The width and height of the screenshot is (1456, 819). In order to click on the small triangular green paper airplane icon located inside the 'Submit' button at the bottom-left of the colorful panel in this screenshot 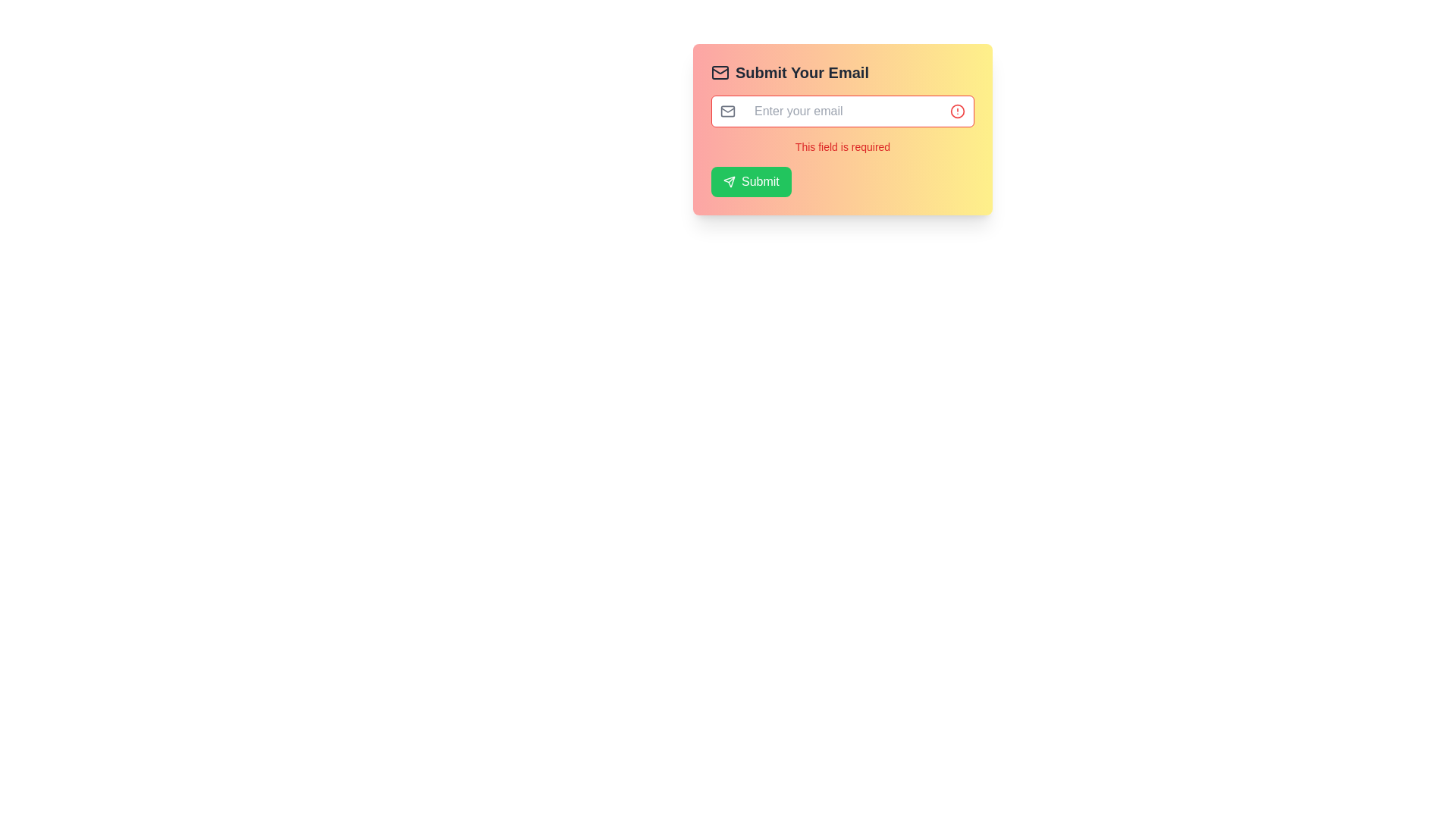, I will do `click(729, 180)`.